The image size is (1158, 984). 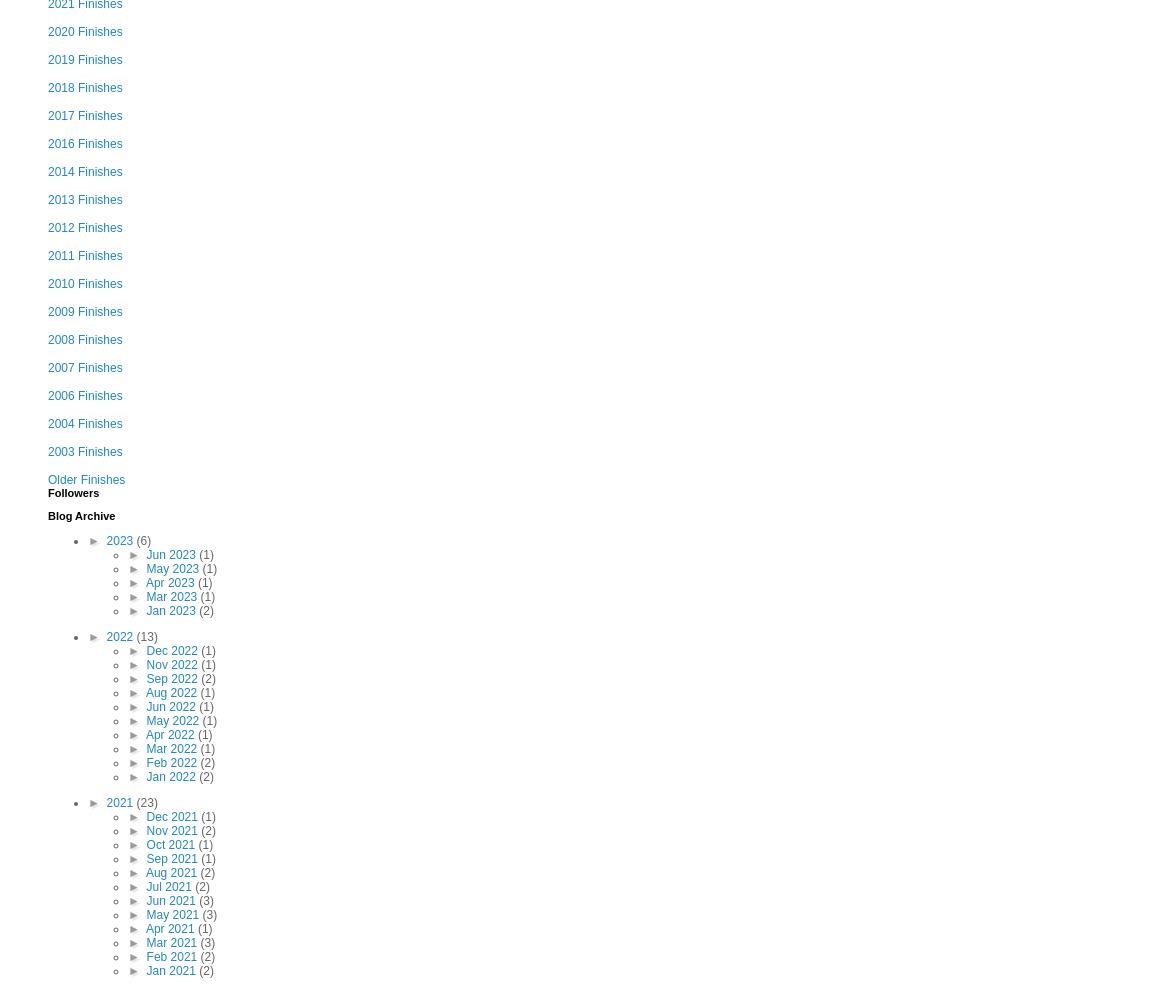 What do you see at coordinates (84, 338) in the screenshot?
I see `'2008 Finishes'` at bounding box center [84, 338].